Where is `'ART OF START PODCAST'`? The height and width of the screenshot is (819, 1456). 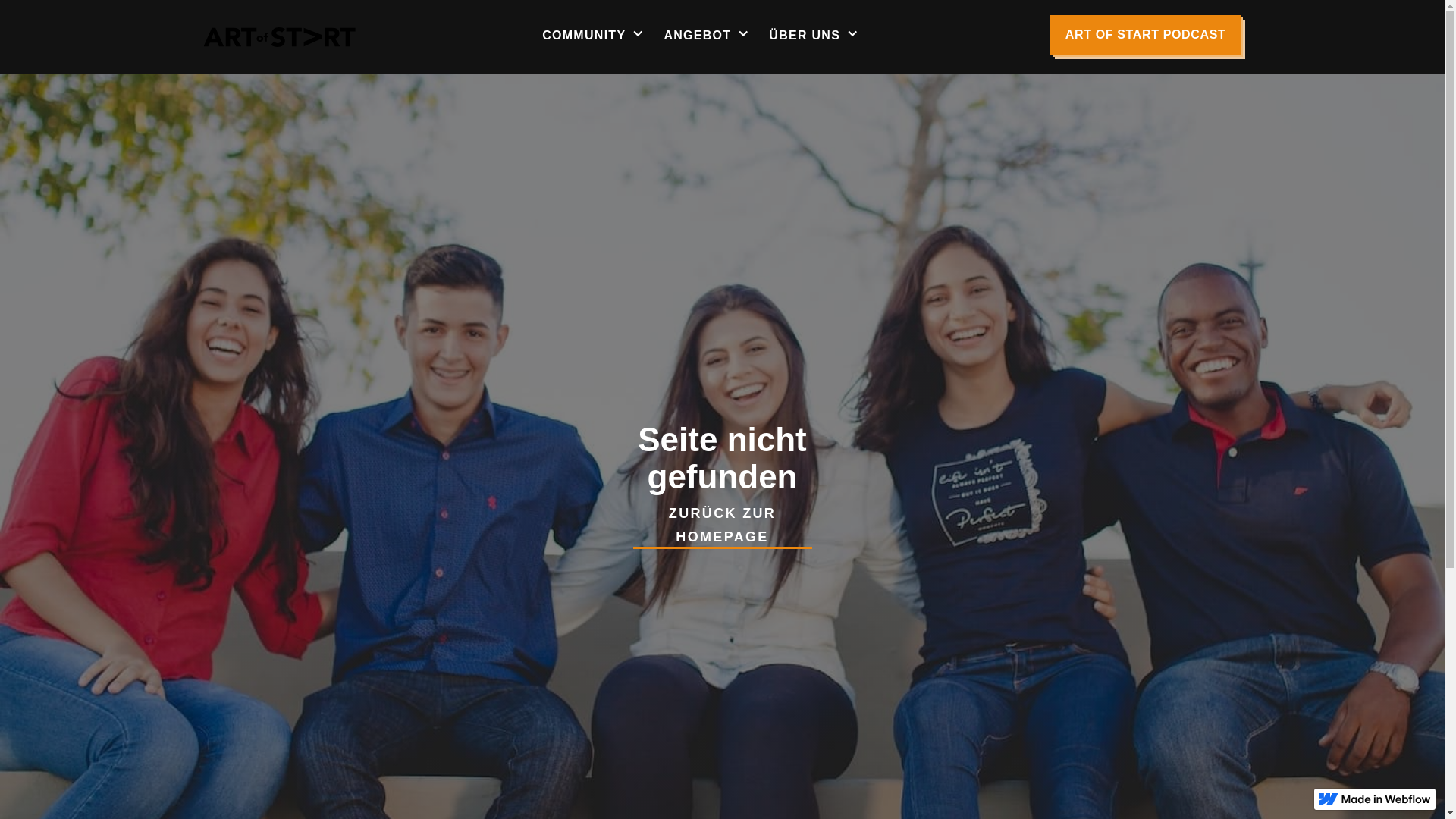 'ART OF START PODCAST' is located at coordinates (1146, 34).